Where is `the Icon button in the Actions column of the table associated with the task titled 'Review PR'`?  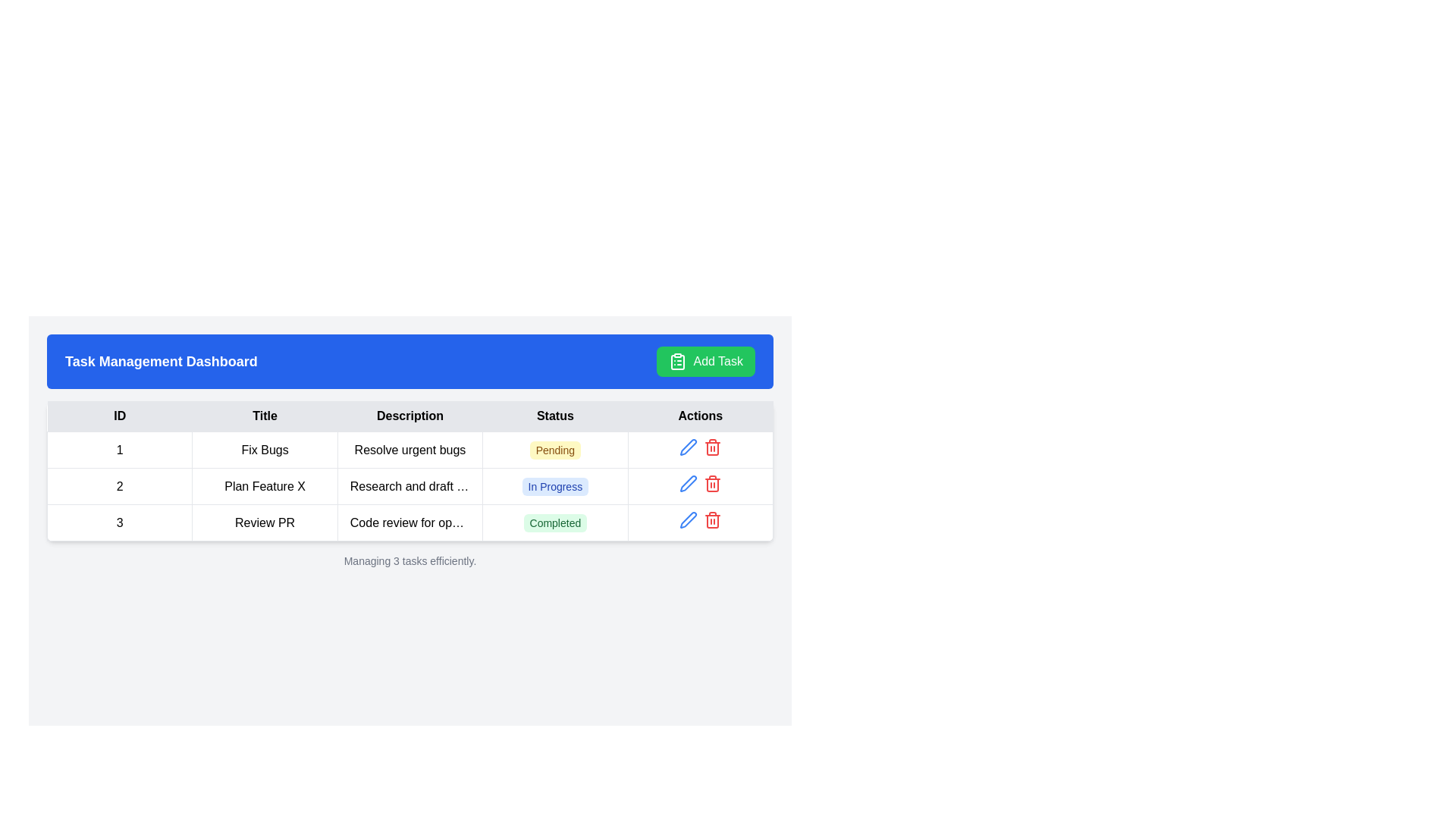
the Icon button in the Actions column of the table associated with the task titled 'Review PR' is located at coordinates (711, 483).